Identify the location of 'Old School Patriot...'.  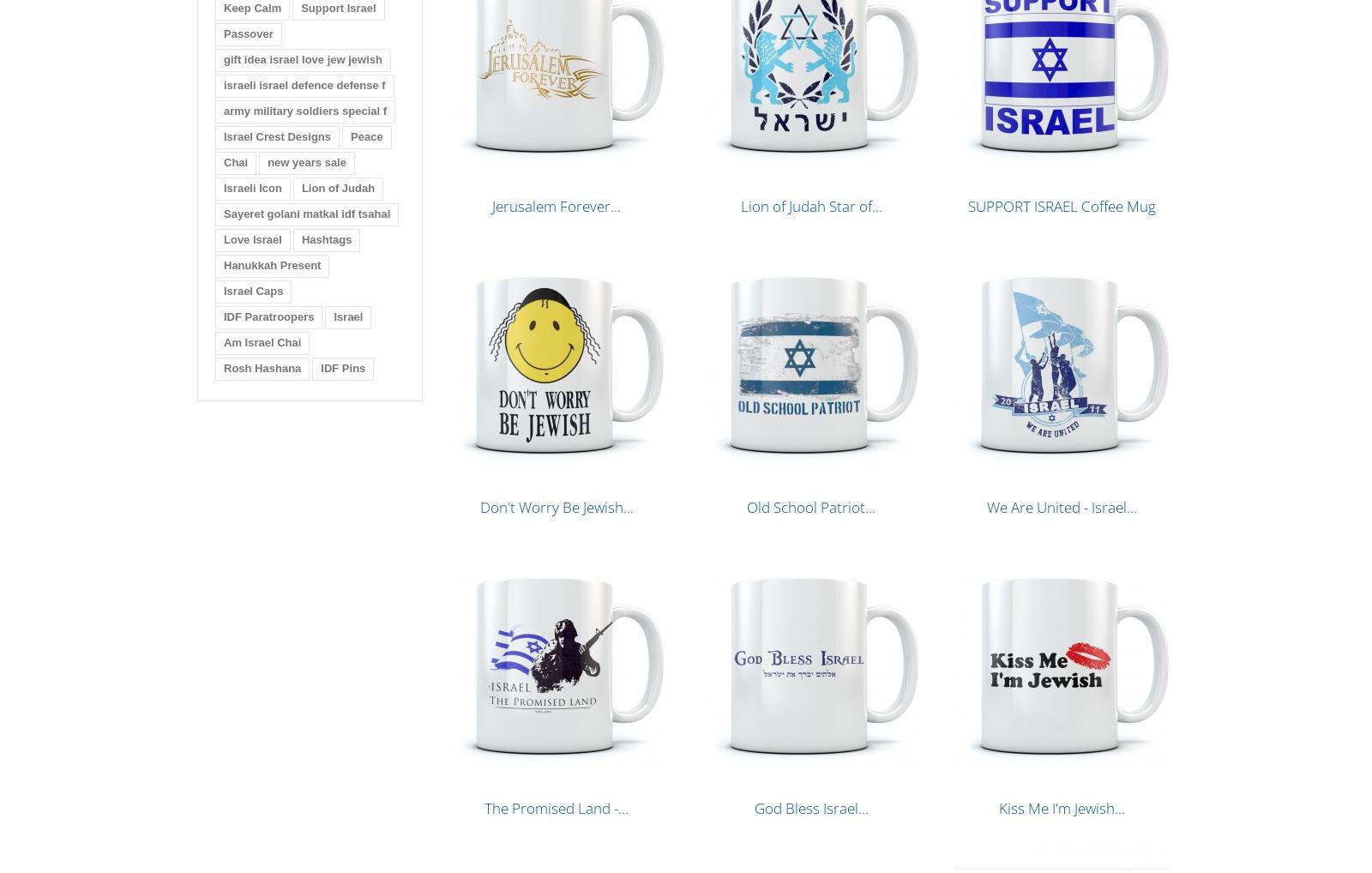
(810, 506).